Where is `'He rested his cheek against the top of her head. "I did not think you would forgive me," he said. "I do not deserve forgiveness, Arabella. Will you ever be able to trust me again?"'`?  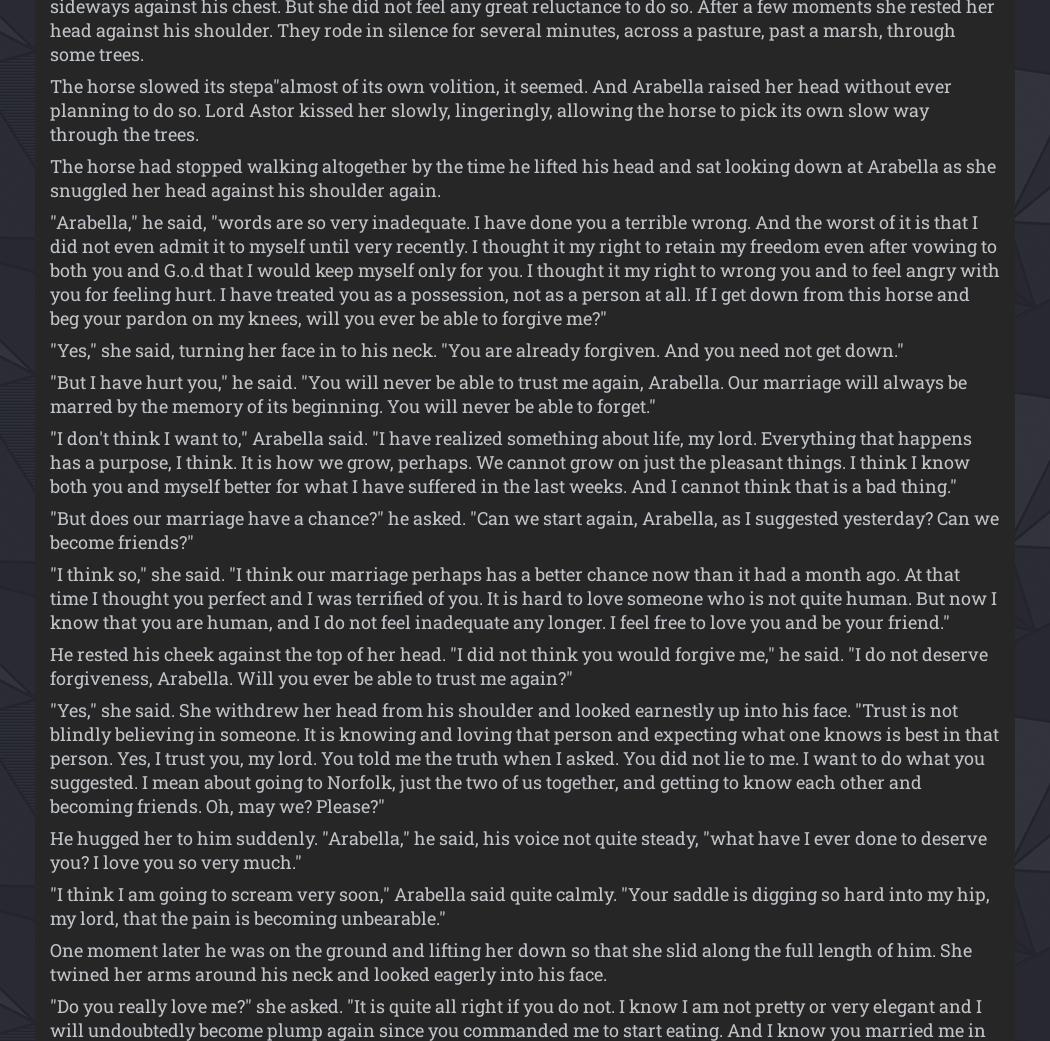 'He rested his cheek against the top of her head. "I did not think you would forgive me," he said. "I do not deserve forgiveness, Arabella. Will you ever be able to trust me again?"' is located at coordinates (518, 663).